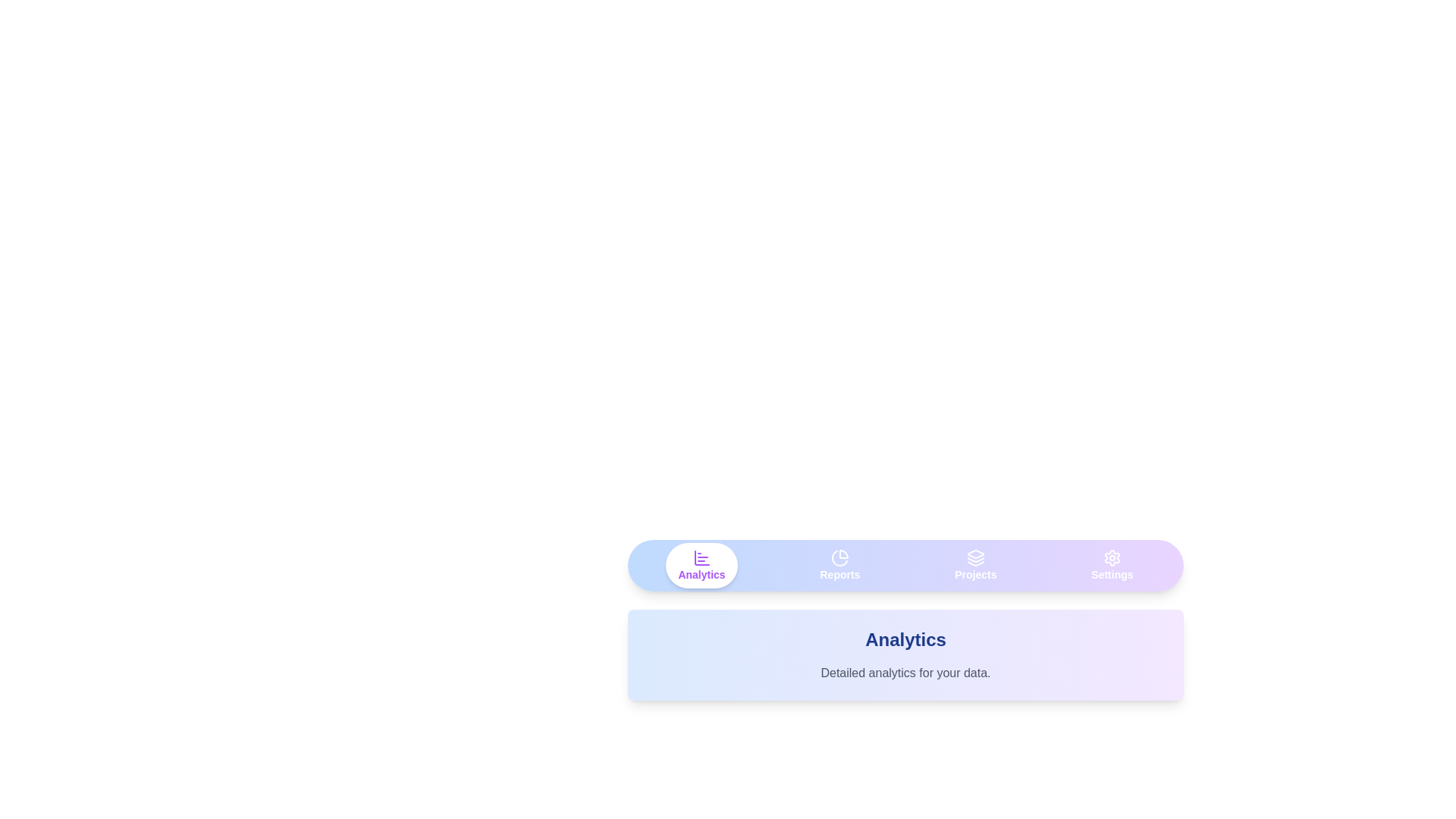 This screenshot has width=1456, height=819. Describe the element at coordinates (905, 672) in the screenshot. I see `the content area displaying the text 'Detailed analytics for your data.'` at that location.